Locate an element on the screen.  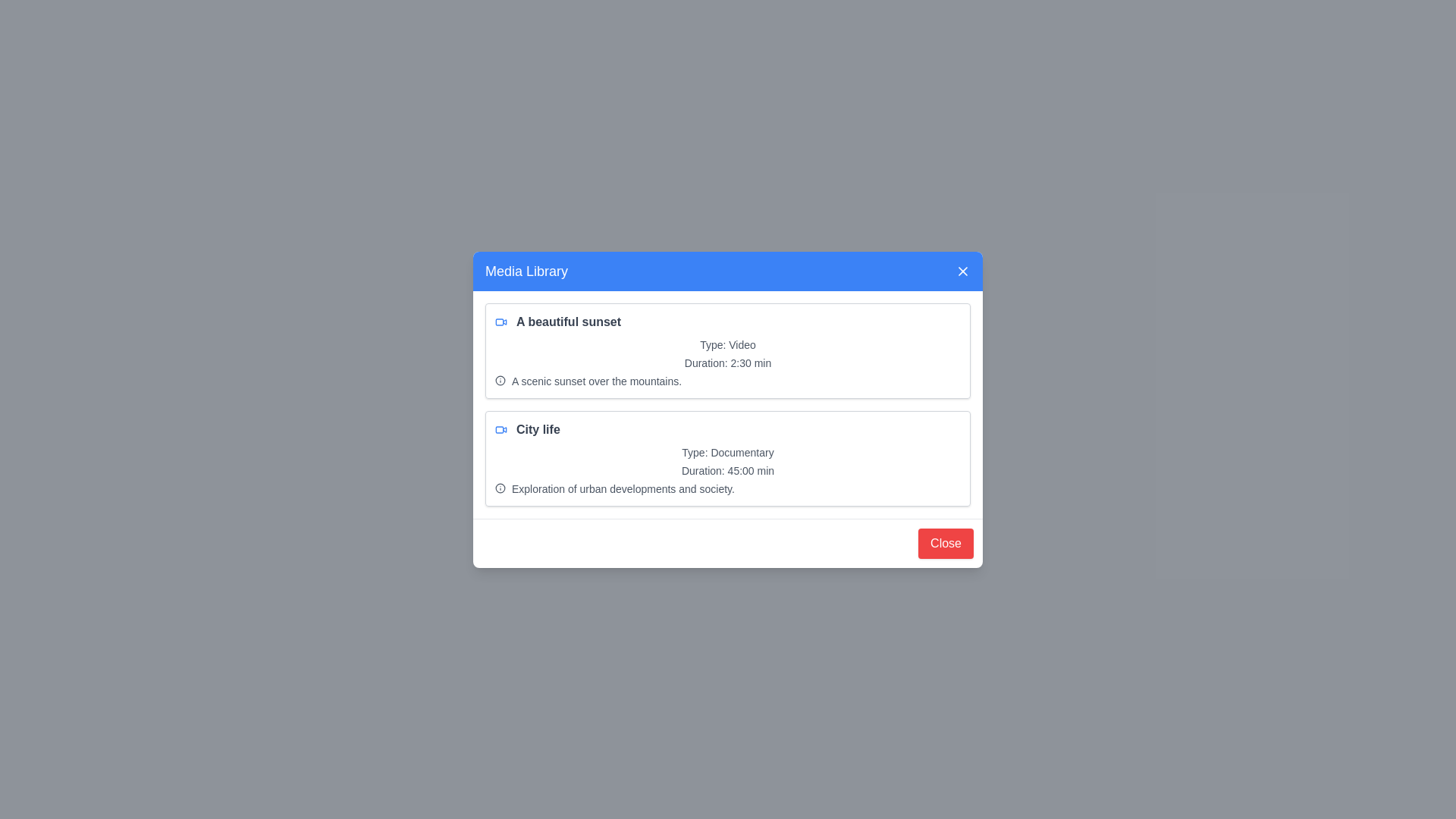
the miniature blue video camera icon located at the leftmost side of the title bar of the media item titled 'A beautiful sunset' is located at coordinates (501, 321).